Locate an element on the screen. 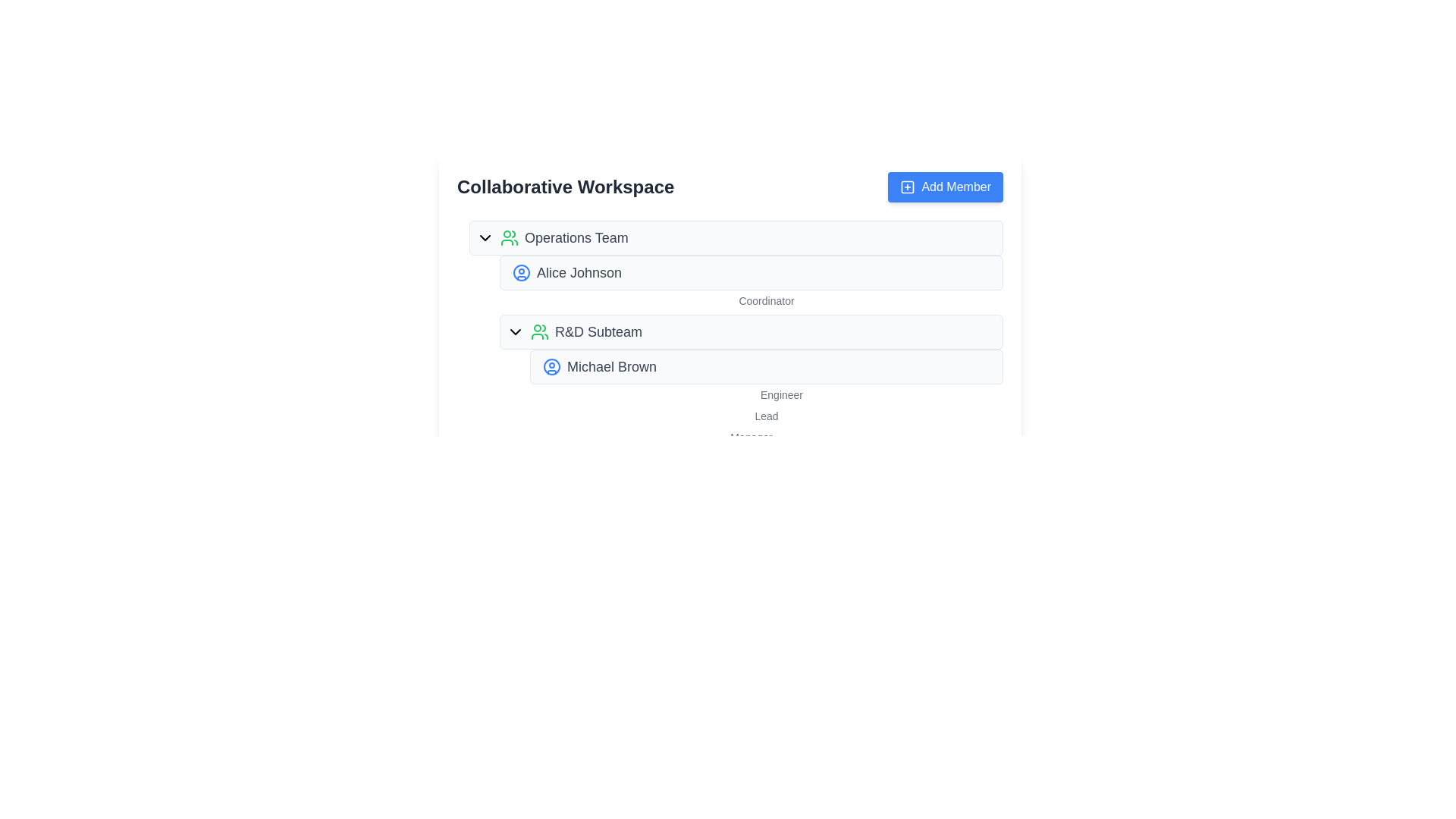 This screenshot has height=819, width=1456. the static text label displaying the name 'Michael Brown', which is medium-sized and gray, located next to a blue user icon in the 'R&D Subteam' section is located at coordinates (611, 366).